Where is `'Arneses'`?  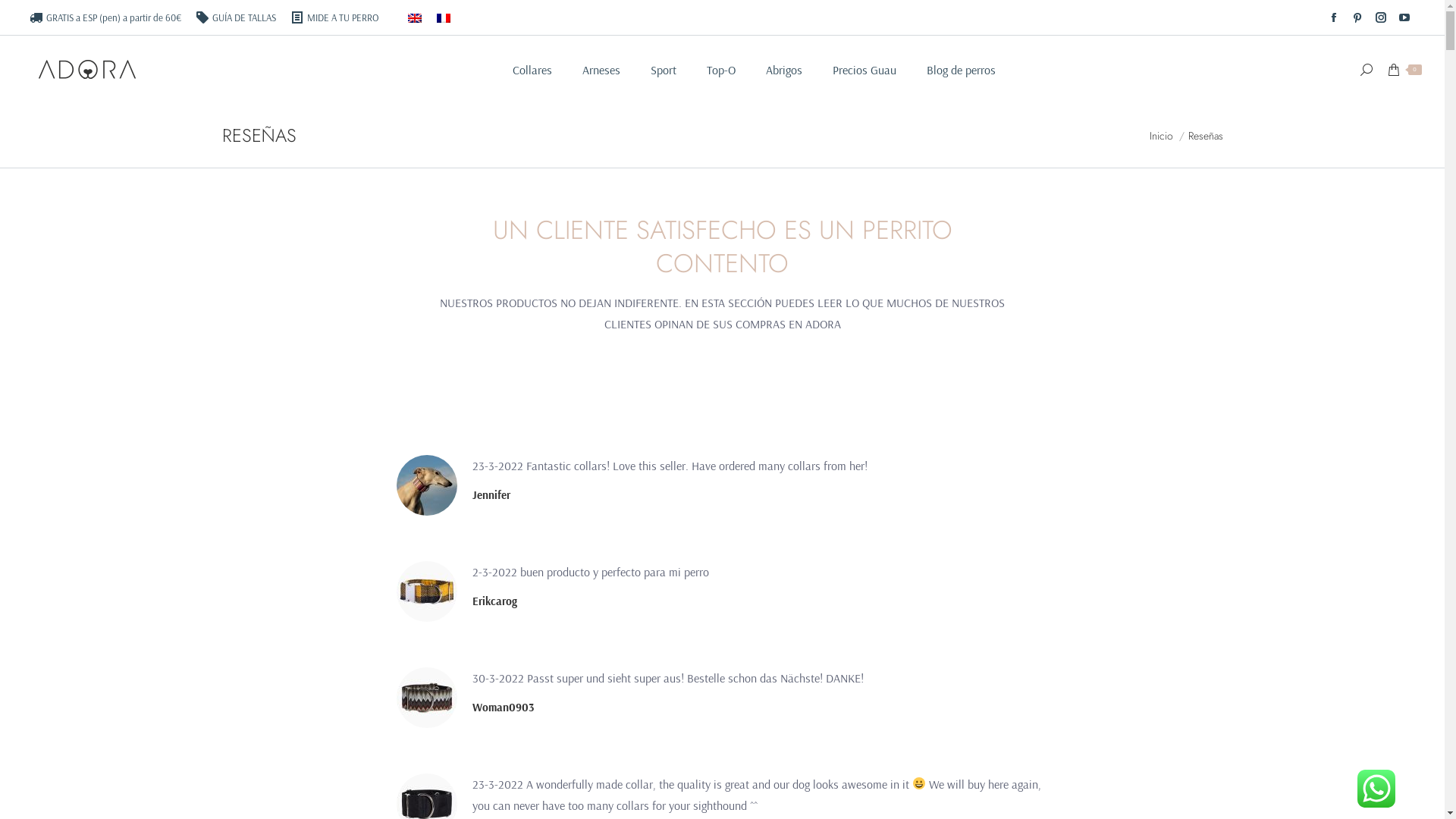 'Arneses' is located at coordinates (600, 70).